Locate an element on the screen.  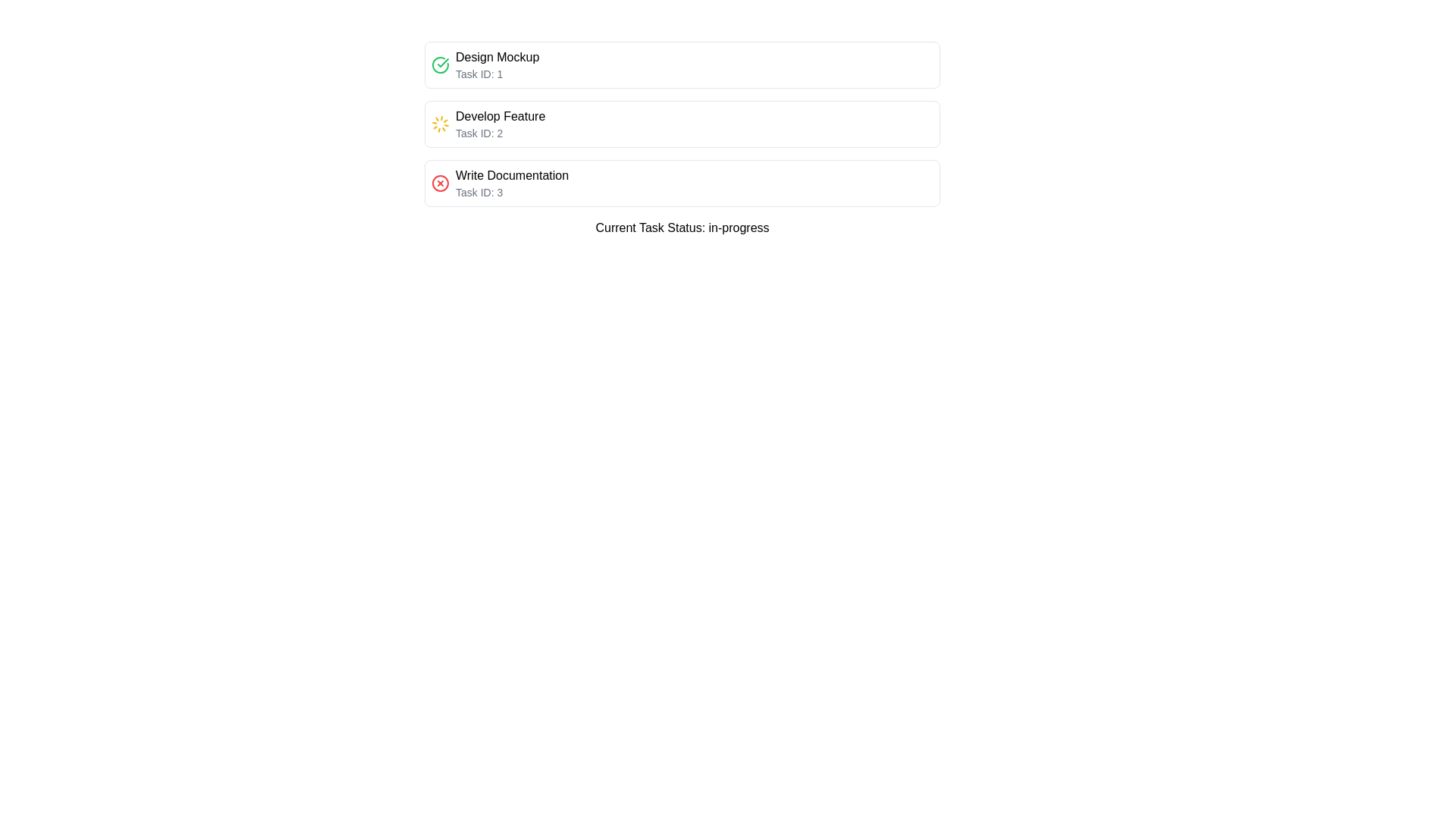
the informational Text label displaying the current status of the overarching task, which is positioned below the 'Write Documentation Task ID: 3' item is located at coordinates (682, 227).